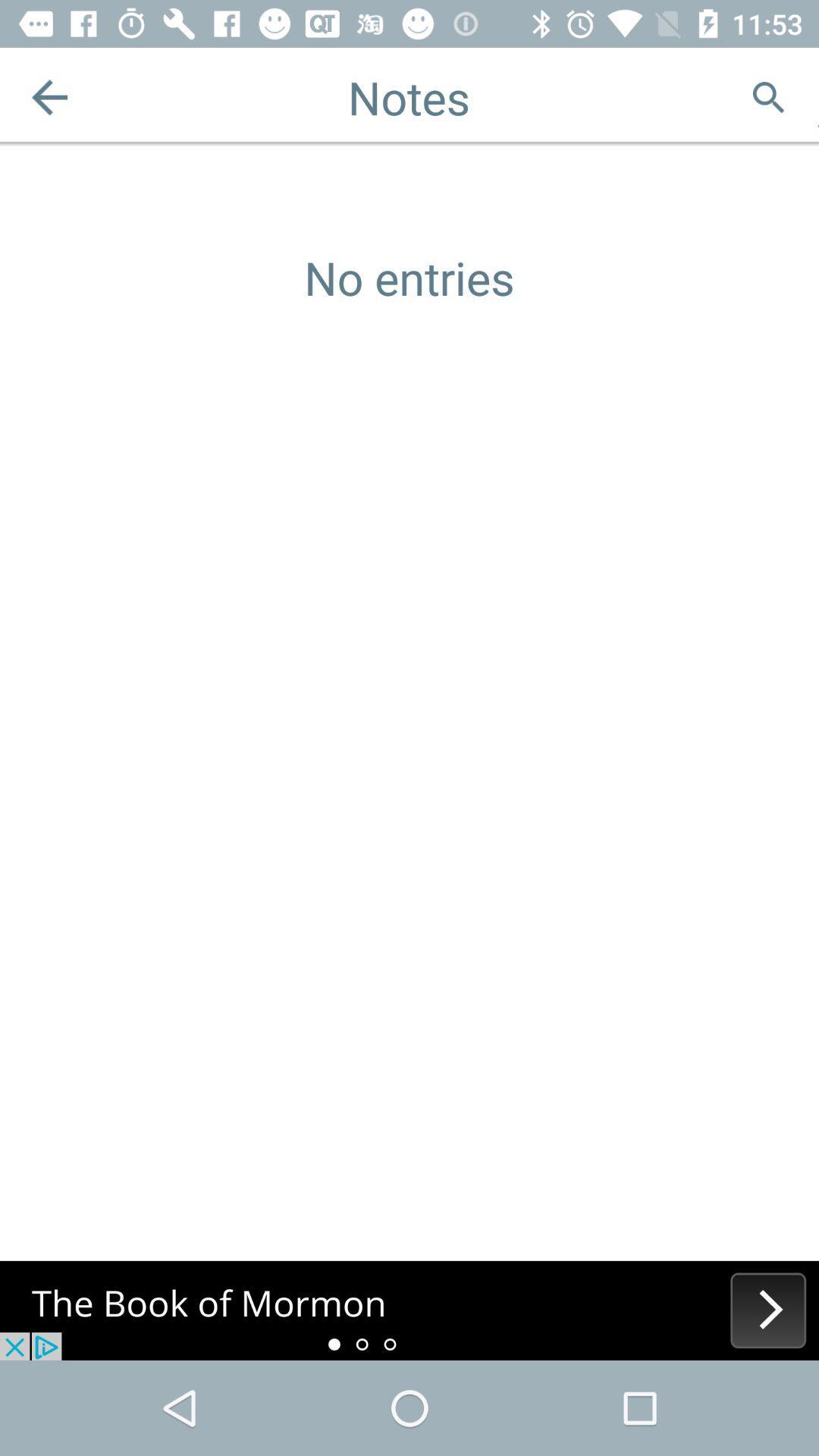 This screenshot has width=819, height=1456. Describe the element at coordinates (768, 96) in the screenshot. I see `for the search option` at that location.